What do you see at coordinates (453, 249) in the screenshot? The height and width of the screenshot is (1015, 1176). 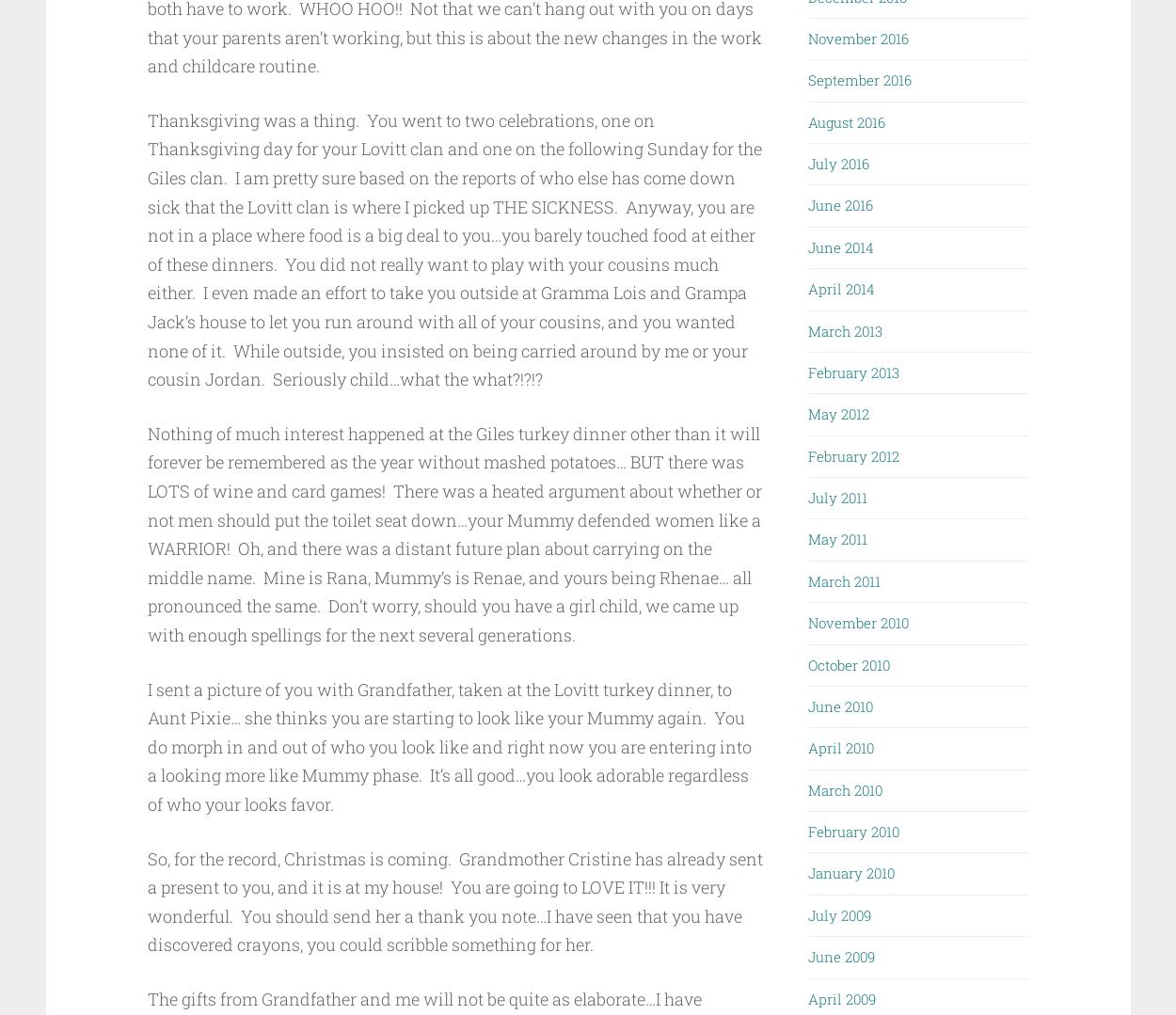 I see `'Thanksgiving was a thing.  You went to two celebrations, one on Thanksgiving day for your Lovitt clan and one on the following Sunday for the Giles clan.  I am pretty sure based on the reports of who else has come down sick that the Lovitt clan is where I picked up THE SICKNESS.  Anyway, you are not in a place where food is a big deal to you…you barely touched food at either of these dinners.  You did not really want to play with your cousins much either.  I even made an effort to take you outside at Gramma Lois and Grampa Jack’s house to let you run around with all of your cousins, and you wanted none of it.  While outside, you insisted on being carried around by me or your cousin Jordan.  Seriously child…what the what?!?!?'` at bounding box center [453, 249].